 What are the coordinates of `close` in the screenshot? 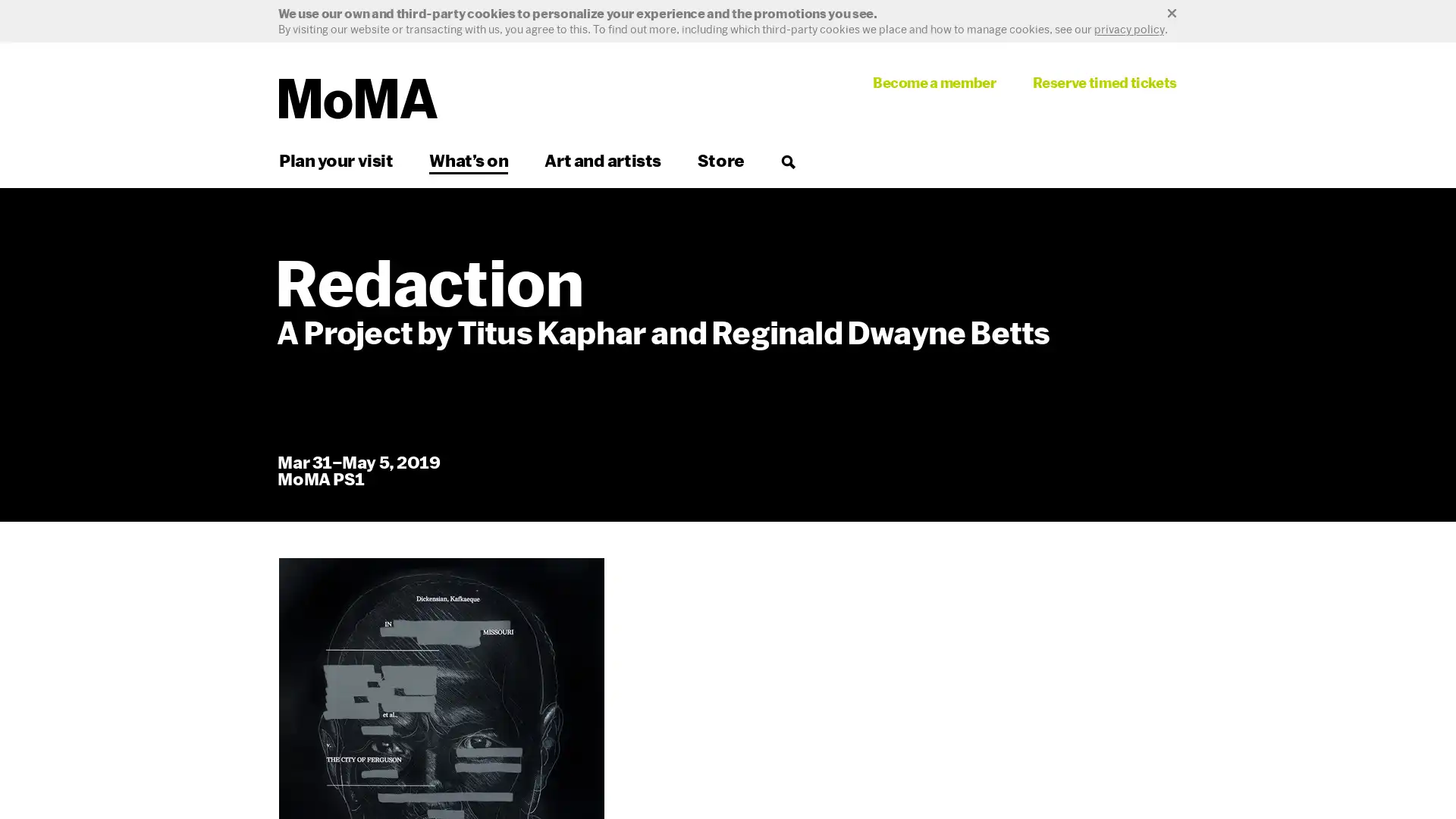 It's located at (728, 14).